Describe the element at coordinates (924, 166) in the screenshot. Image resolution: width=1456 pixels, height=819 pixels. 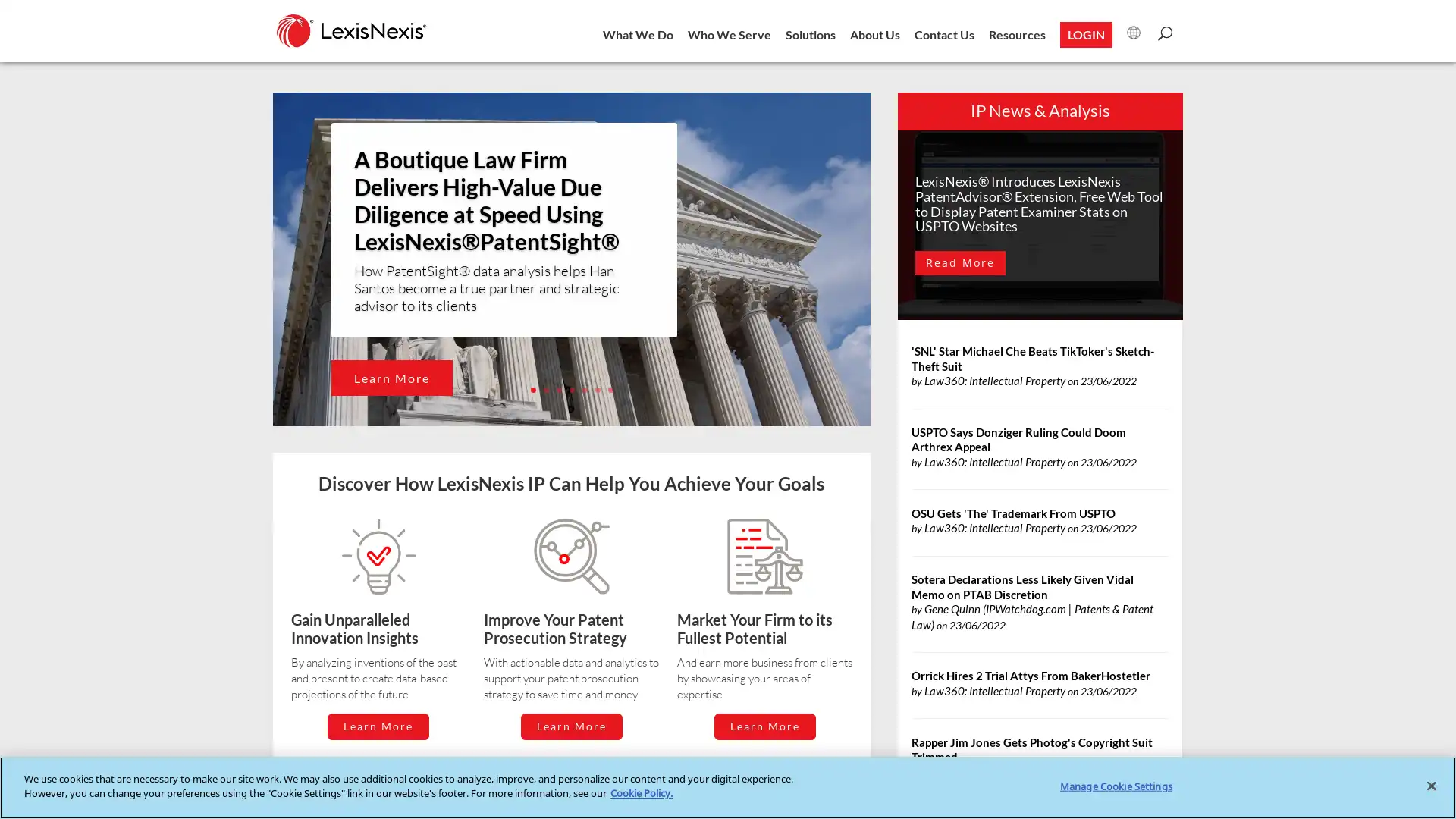
I see `Close` at that location.